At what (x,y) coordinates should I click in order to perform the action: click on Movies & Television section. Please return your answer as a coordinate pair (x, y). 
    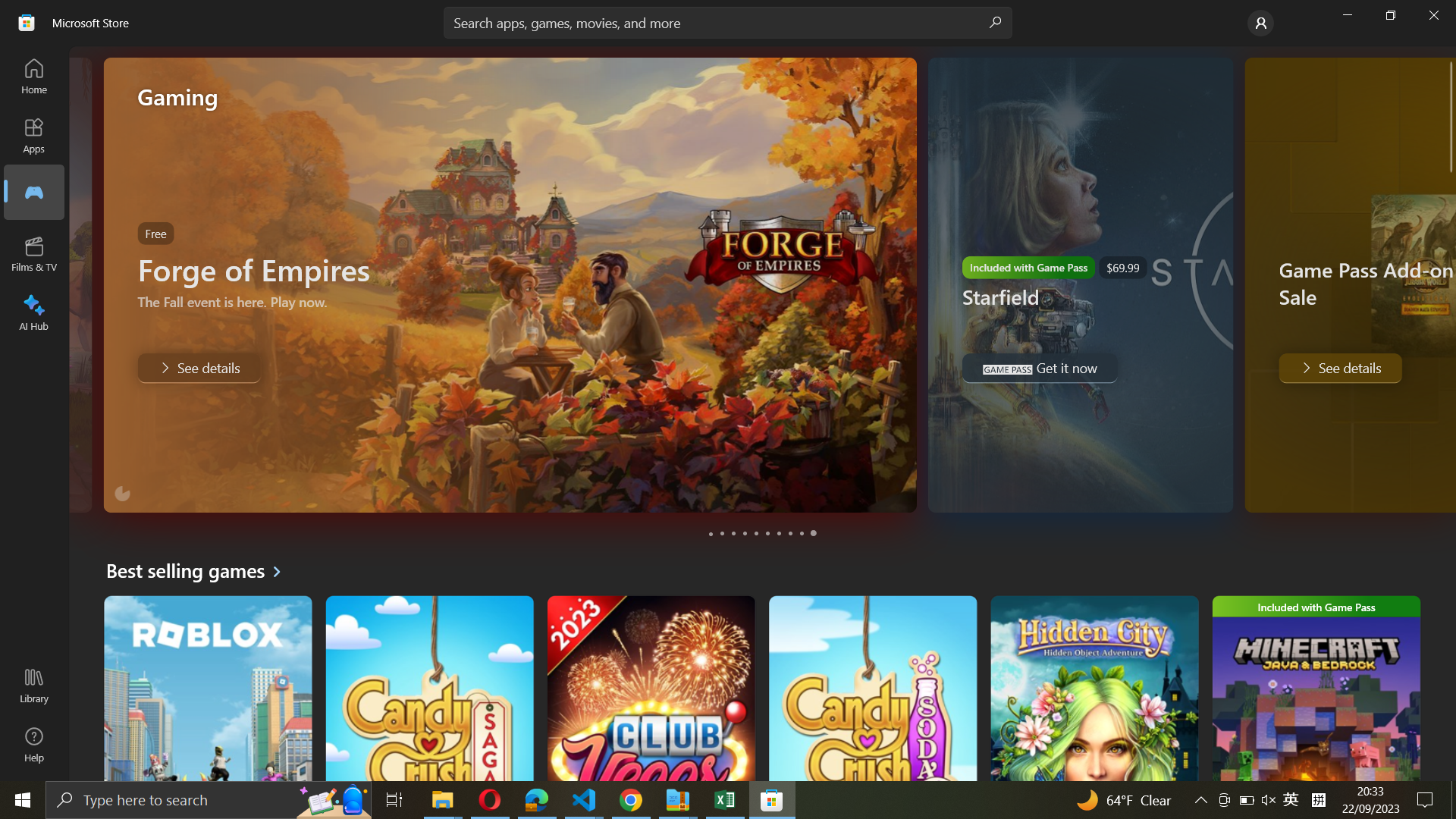
    Looking at the image, I should click on (35, 253).